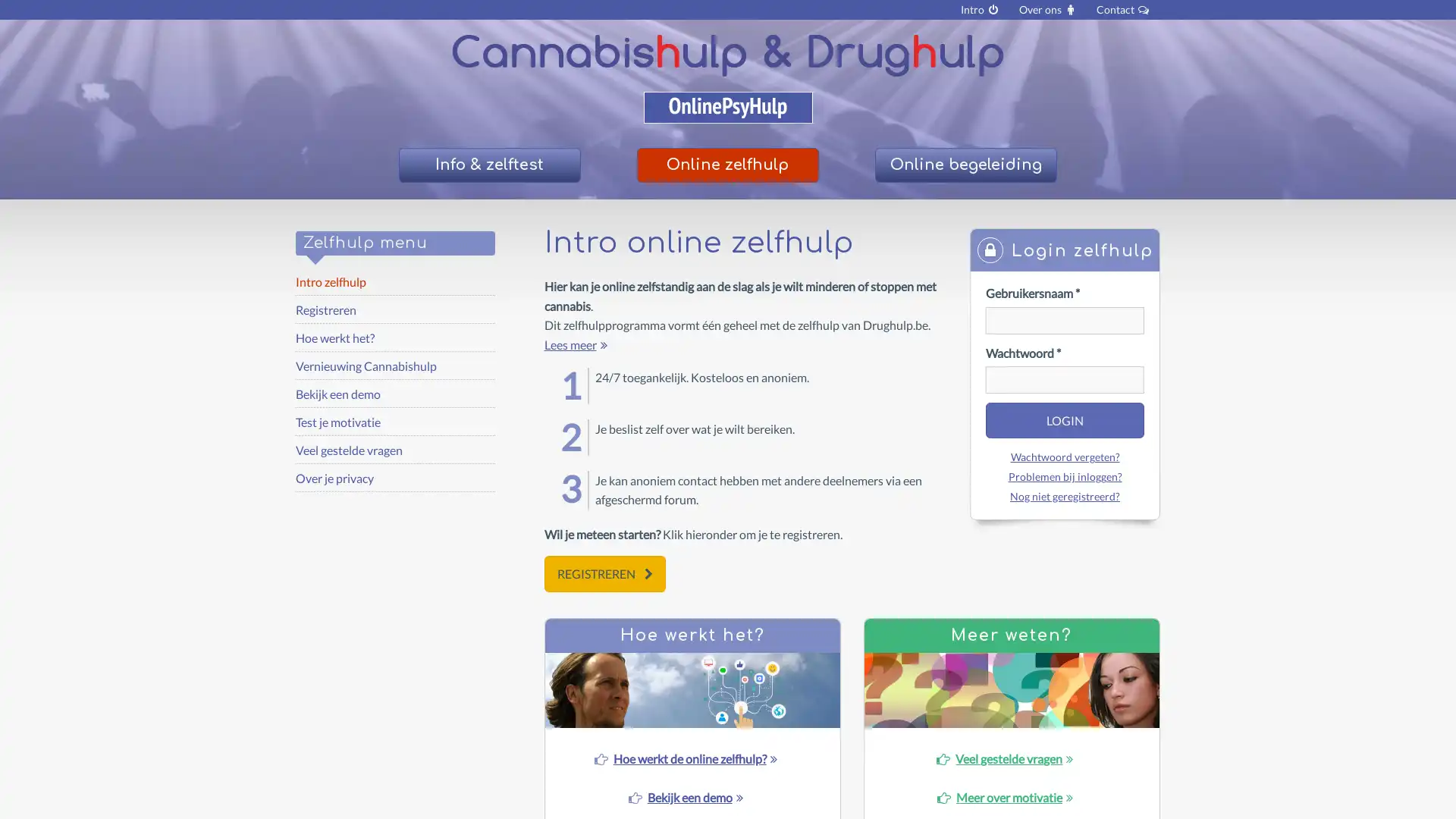 This screenshot has height=819, width=1456. I want to click on Info & zelftest, so click(488, 166).